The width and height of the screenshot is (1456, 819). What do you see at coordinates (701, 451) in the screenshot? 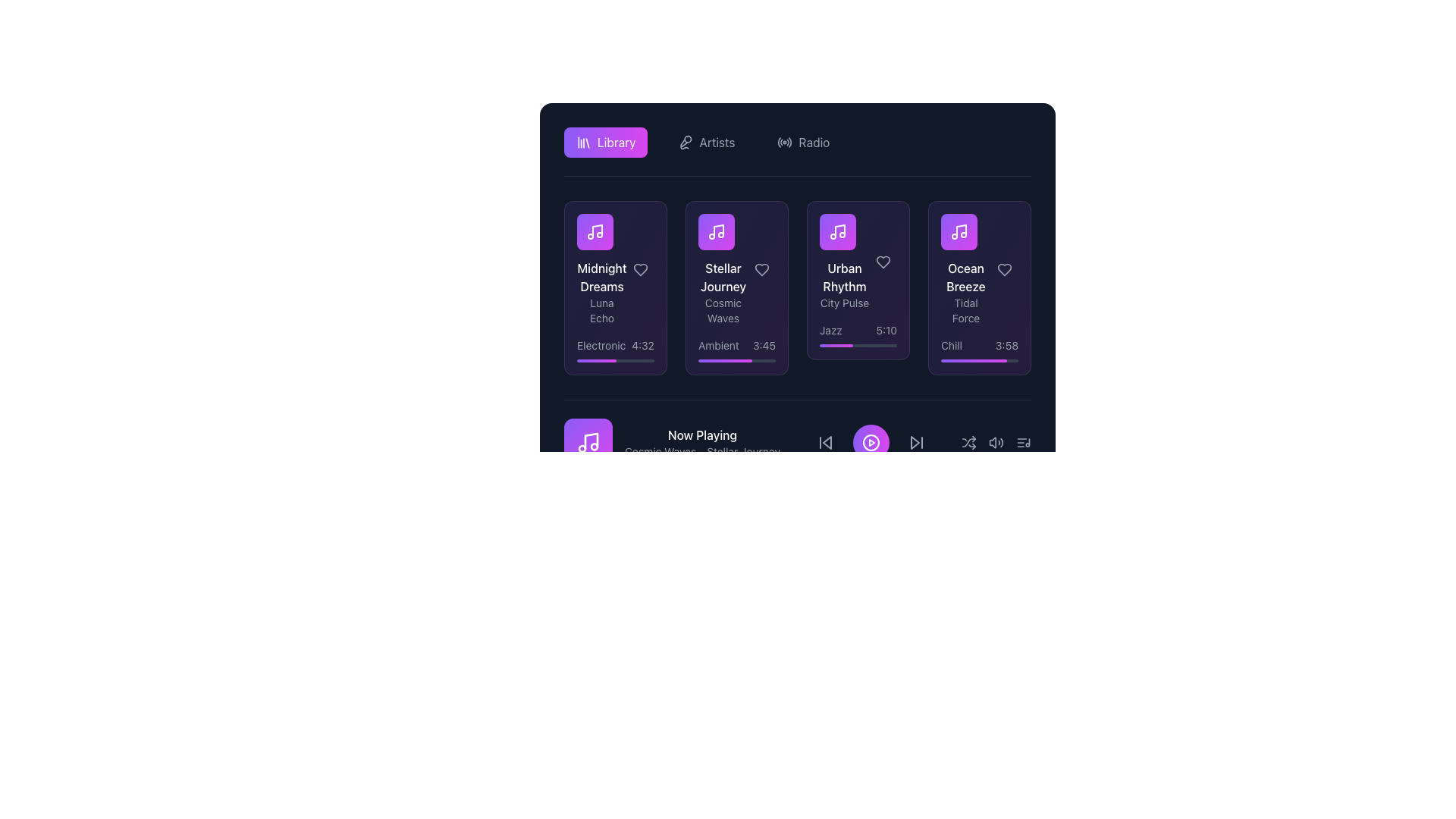
I see `the text label displaying 'Cosmic Waves - Stellar Journey' located under the 'Now Playing' section in the music player interface` at bounding box center [701, 451].